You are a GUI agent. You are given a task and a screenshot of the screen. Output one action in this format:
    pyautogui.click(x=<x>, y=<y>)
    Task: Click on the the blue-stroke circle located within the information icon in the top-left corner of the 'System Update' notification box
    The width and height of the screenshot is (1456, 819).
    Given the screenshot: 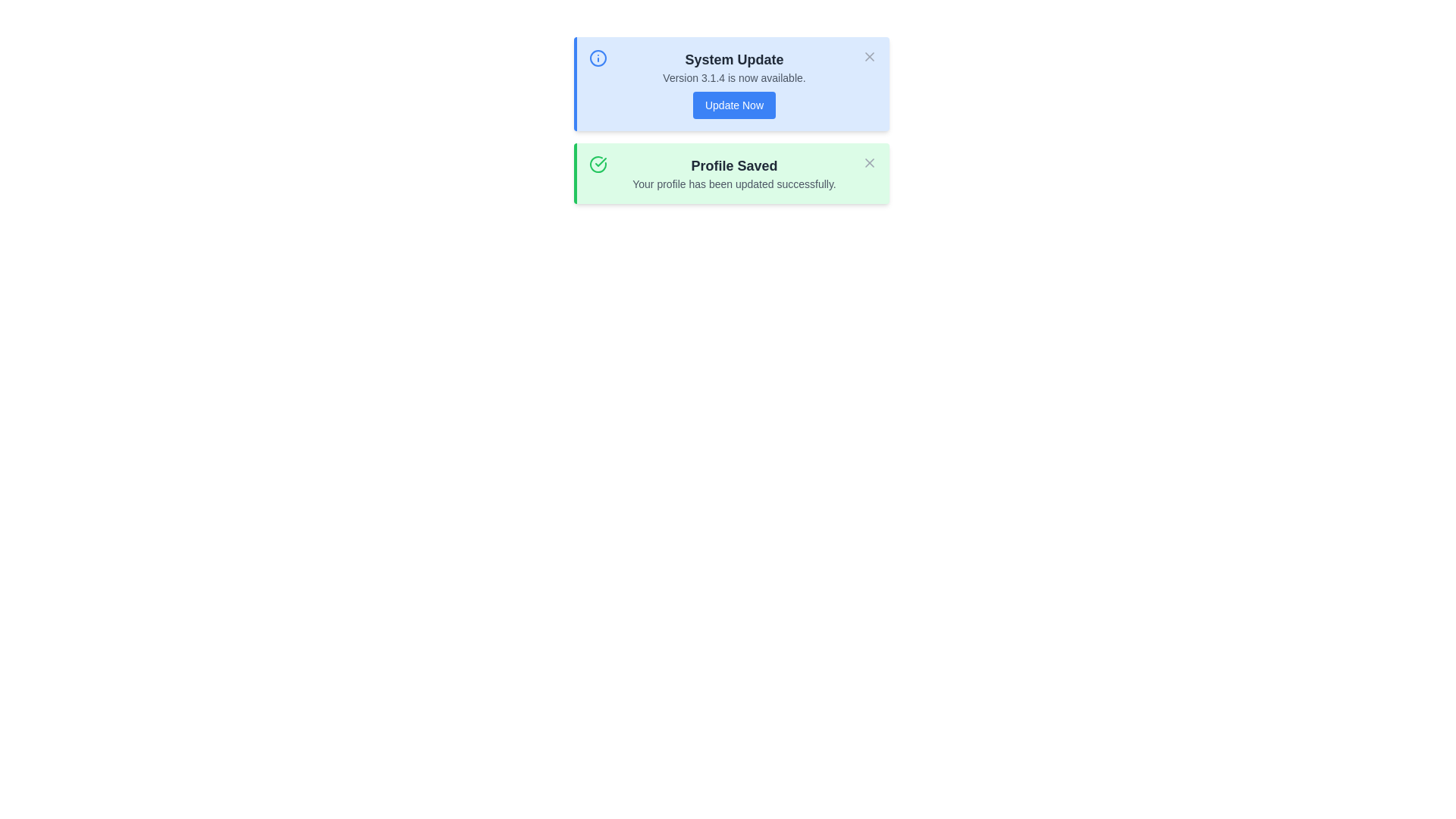 What is the action you would take?
    pyautogui.click(x=597, y=58)
    